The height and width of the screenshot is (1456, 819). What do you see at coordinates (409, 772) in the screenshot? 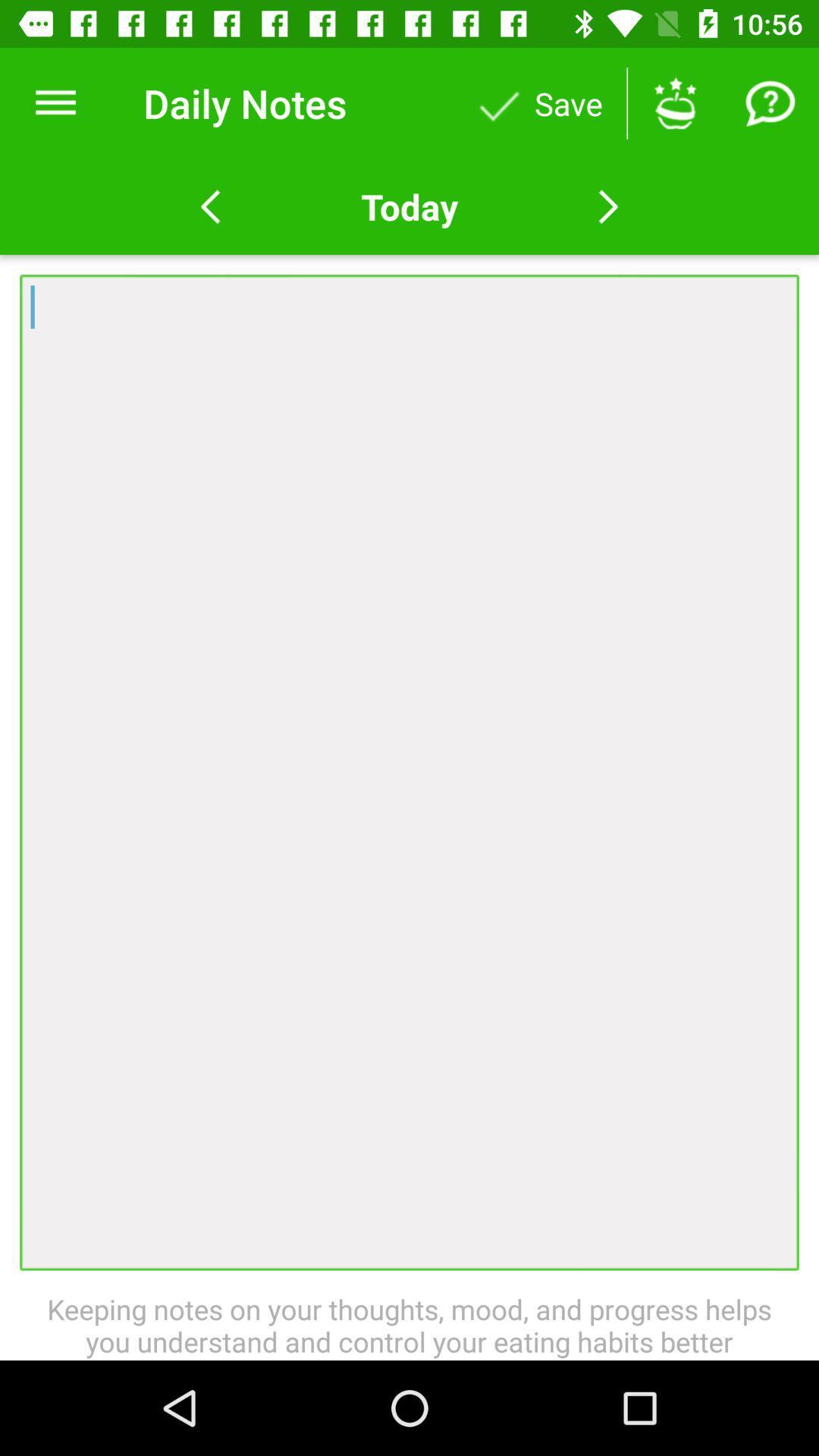
I see `icon at the center` at bounding box center [409, 772].